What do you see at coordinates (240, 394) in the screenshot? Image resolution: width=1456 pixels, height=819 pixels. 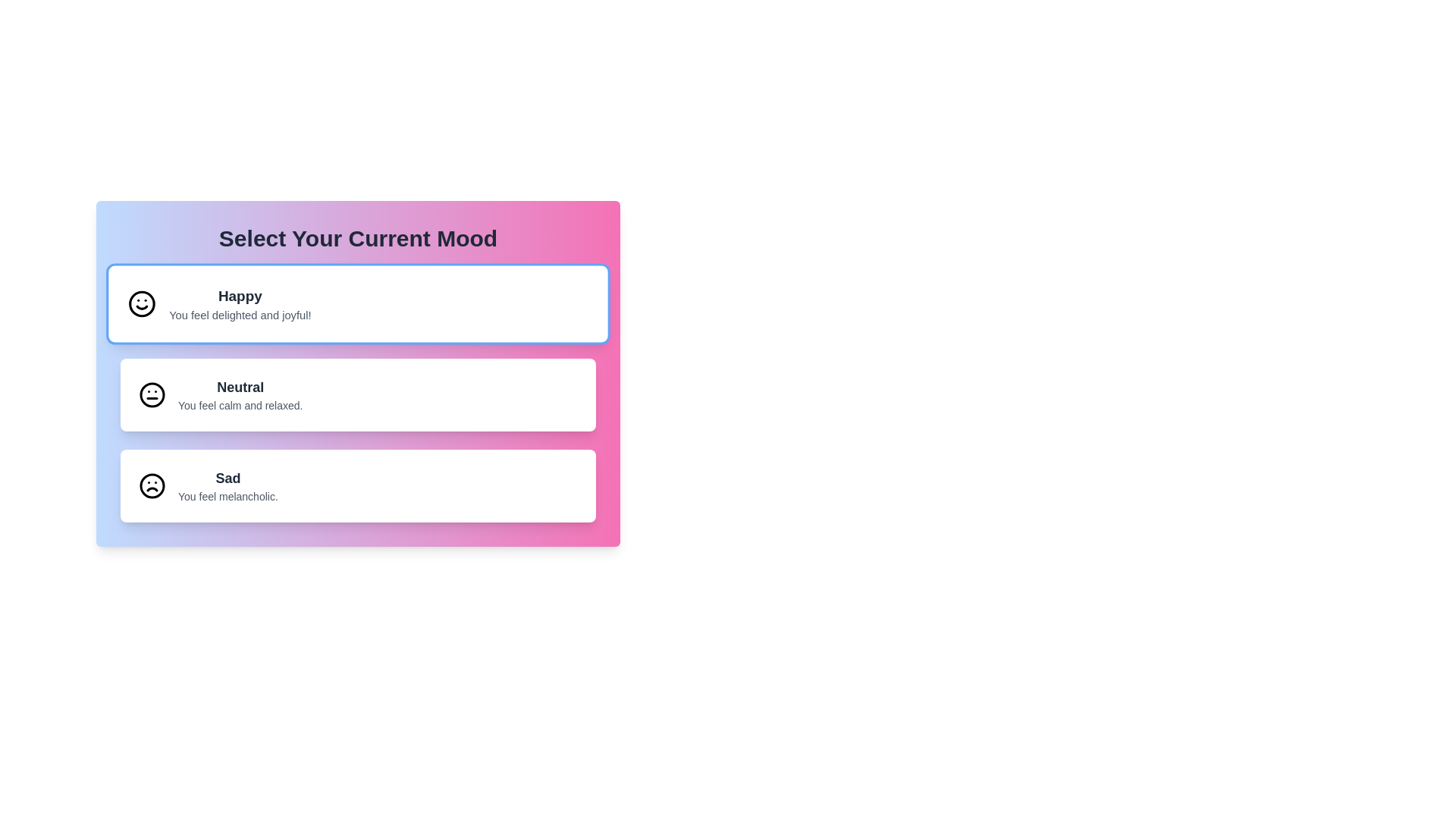 I see `the 'Neutral' mood option in the mood selection interface to emphasize it and show more information` at bounding box center [240, 394].